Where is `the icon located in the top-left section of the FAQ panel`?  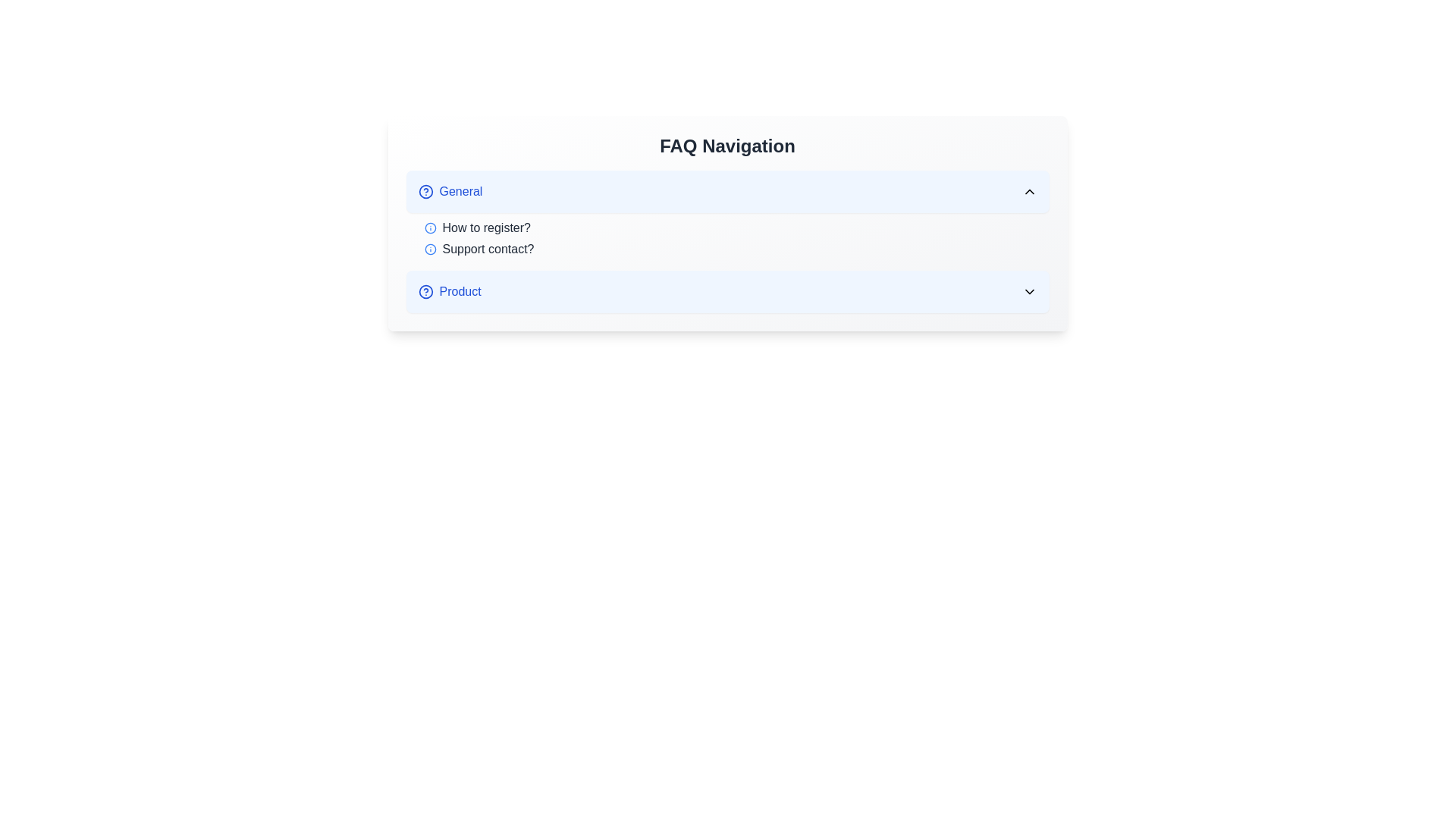 the icon located in the top-left section of the FAQ panel is located at coordinates (425, 191).